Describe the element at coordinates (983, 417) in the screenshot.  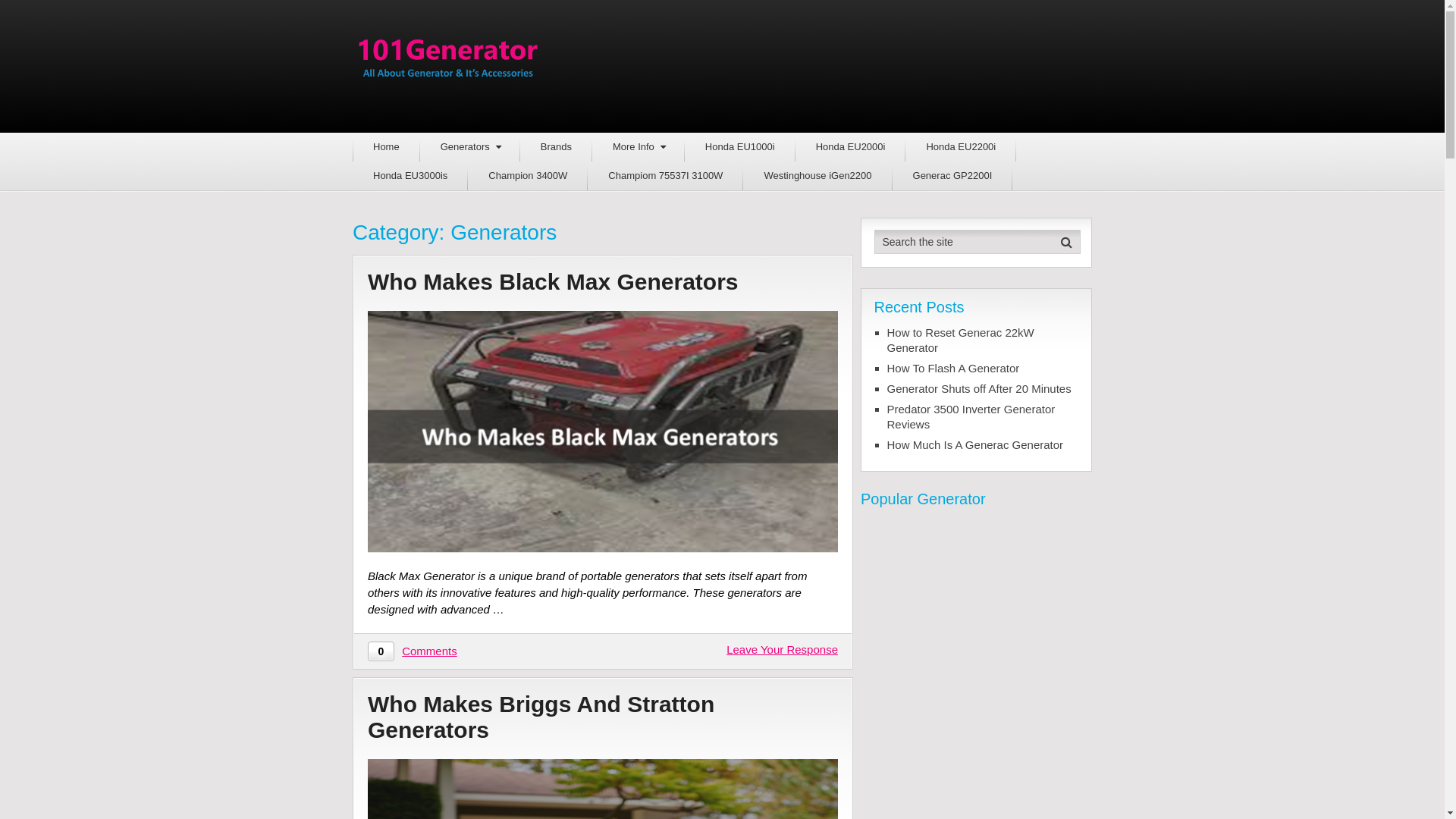
I see `'Predator 3500 Inverter Generator Reviews'` at that location.